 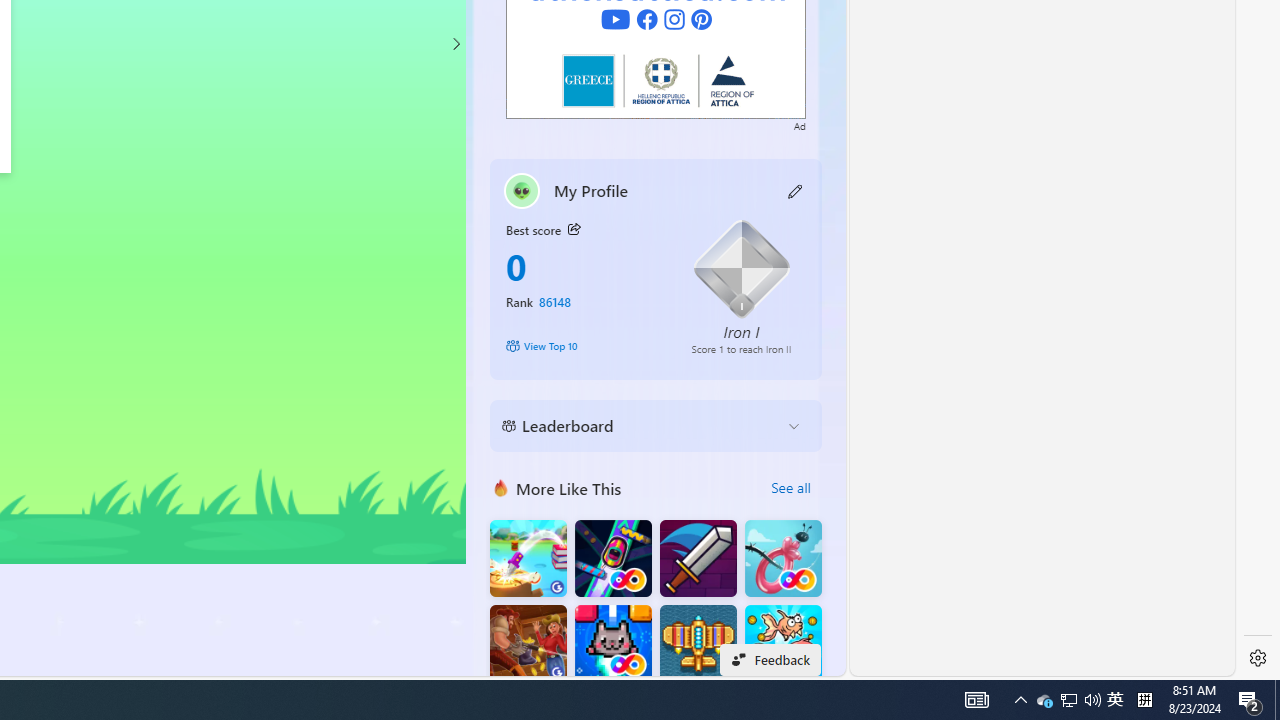 What do you see at coordinates (583, 344) in the screenshot?
I see `'View Top 10'` at bounding box center [583, 344].